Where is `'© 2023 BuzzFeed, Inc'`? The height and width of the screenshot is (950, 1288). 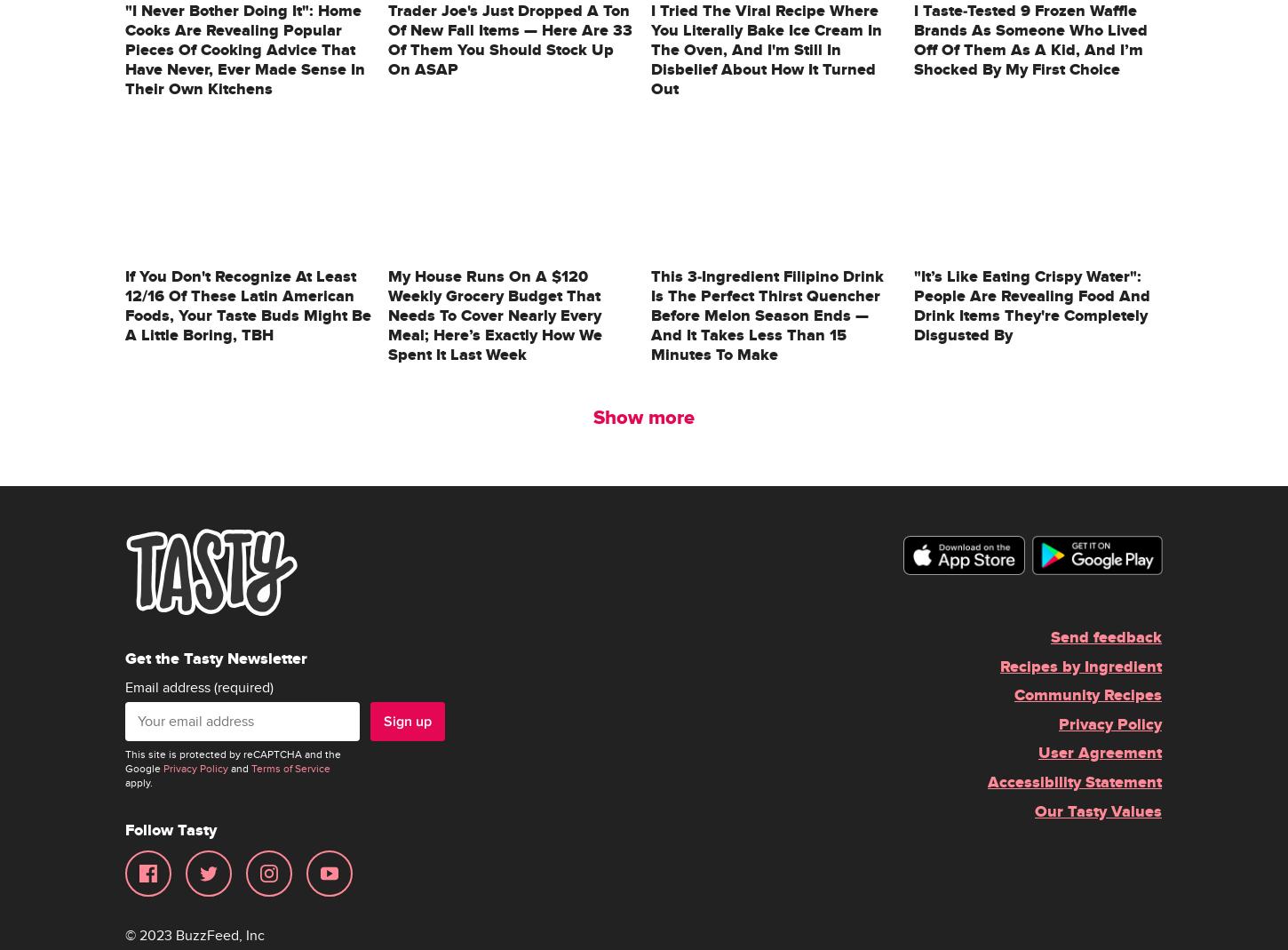 '© 2023 BuzzFeed, Inc' is located at coordinates (194, 935).